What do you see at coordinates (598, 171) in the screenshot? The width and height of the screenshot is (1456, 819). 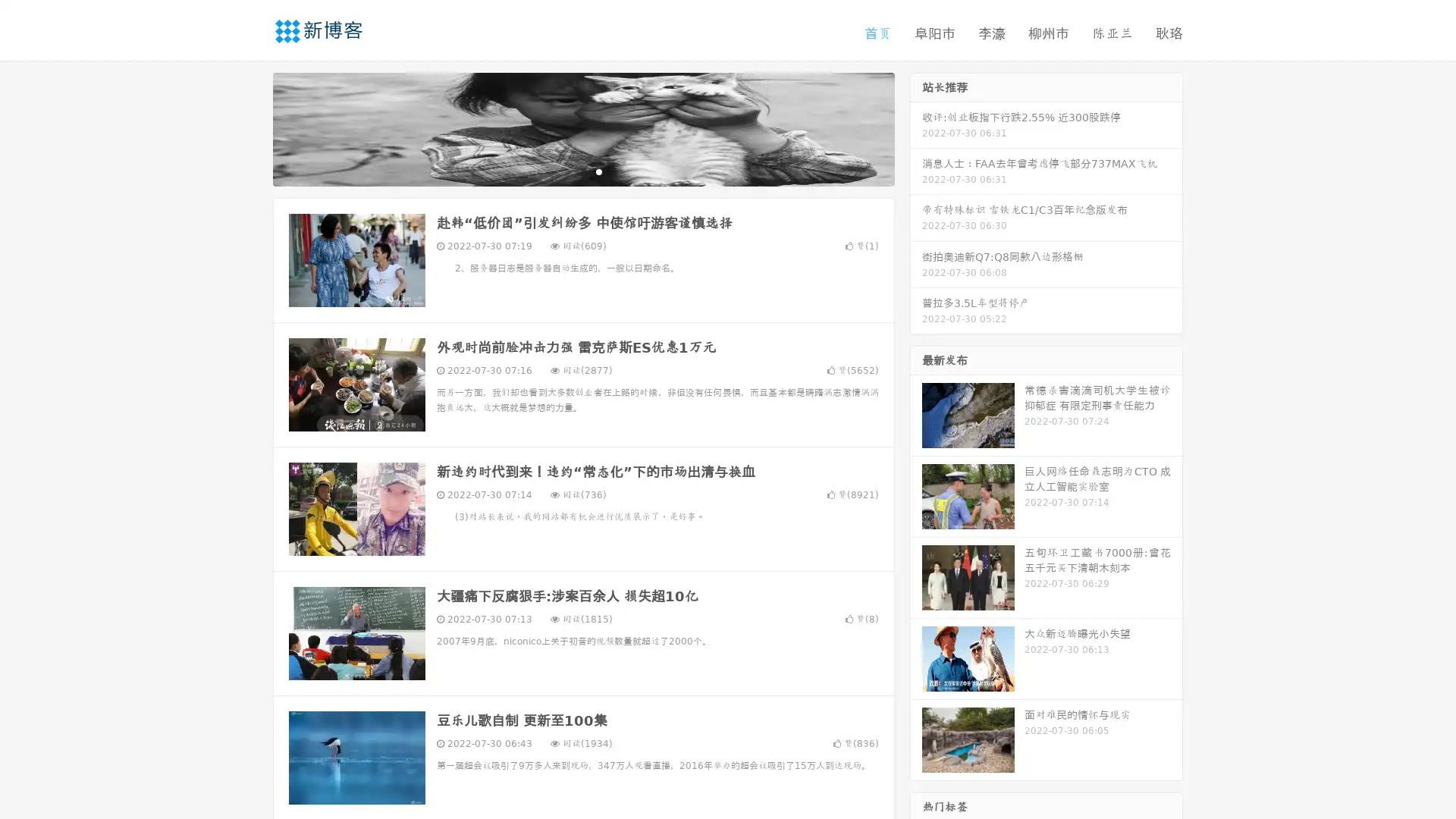 I see `Go to slide 3` at bounding box center [598, 171].